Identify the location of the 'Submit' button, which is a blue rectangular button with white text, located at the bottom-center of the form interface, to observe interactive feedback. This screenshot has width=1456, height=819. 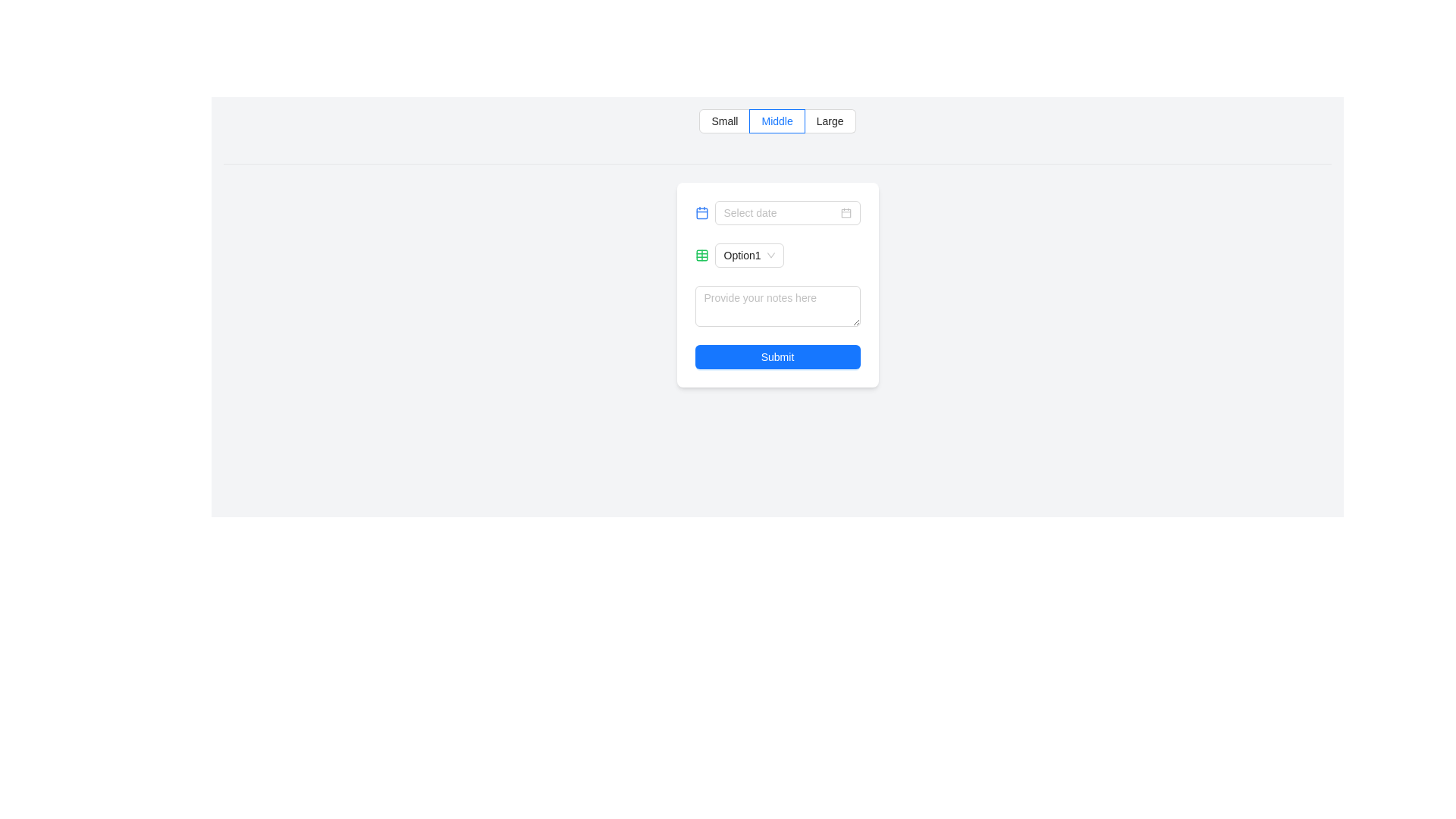
(777, 356).